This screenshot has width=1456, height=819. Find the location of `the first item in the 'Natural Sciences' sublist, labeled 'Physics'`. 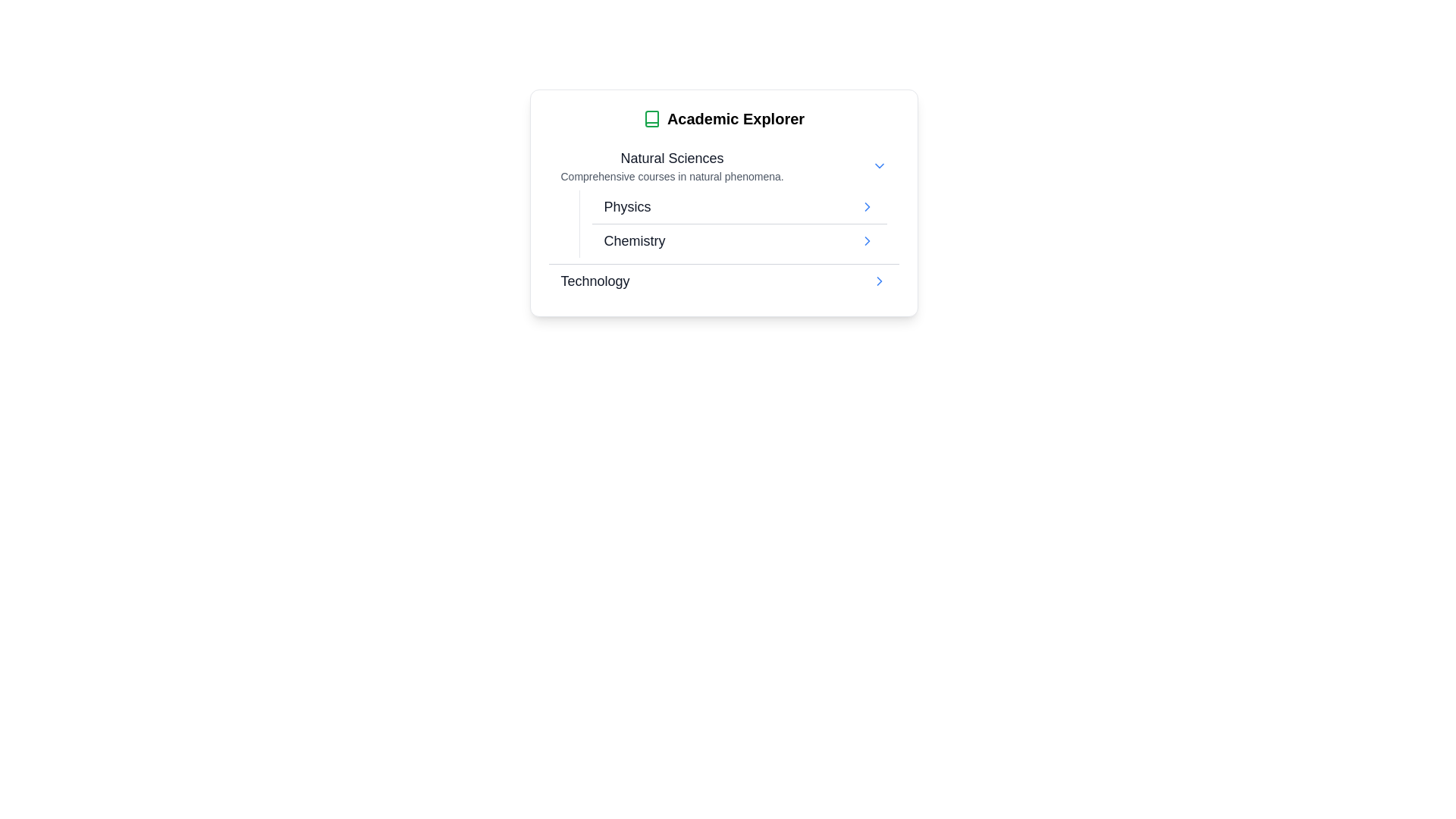

the first item in the 'Natural Sciences' sublist, labeled 'Physics' is located at coordinates (723, 202).